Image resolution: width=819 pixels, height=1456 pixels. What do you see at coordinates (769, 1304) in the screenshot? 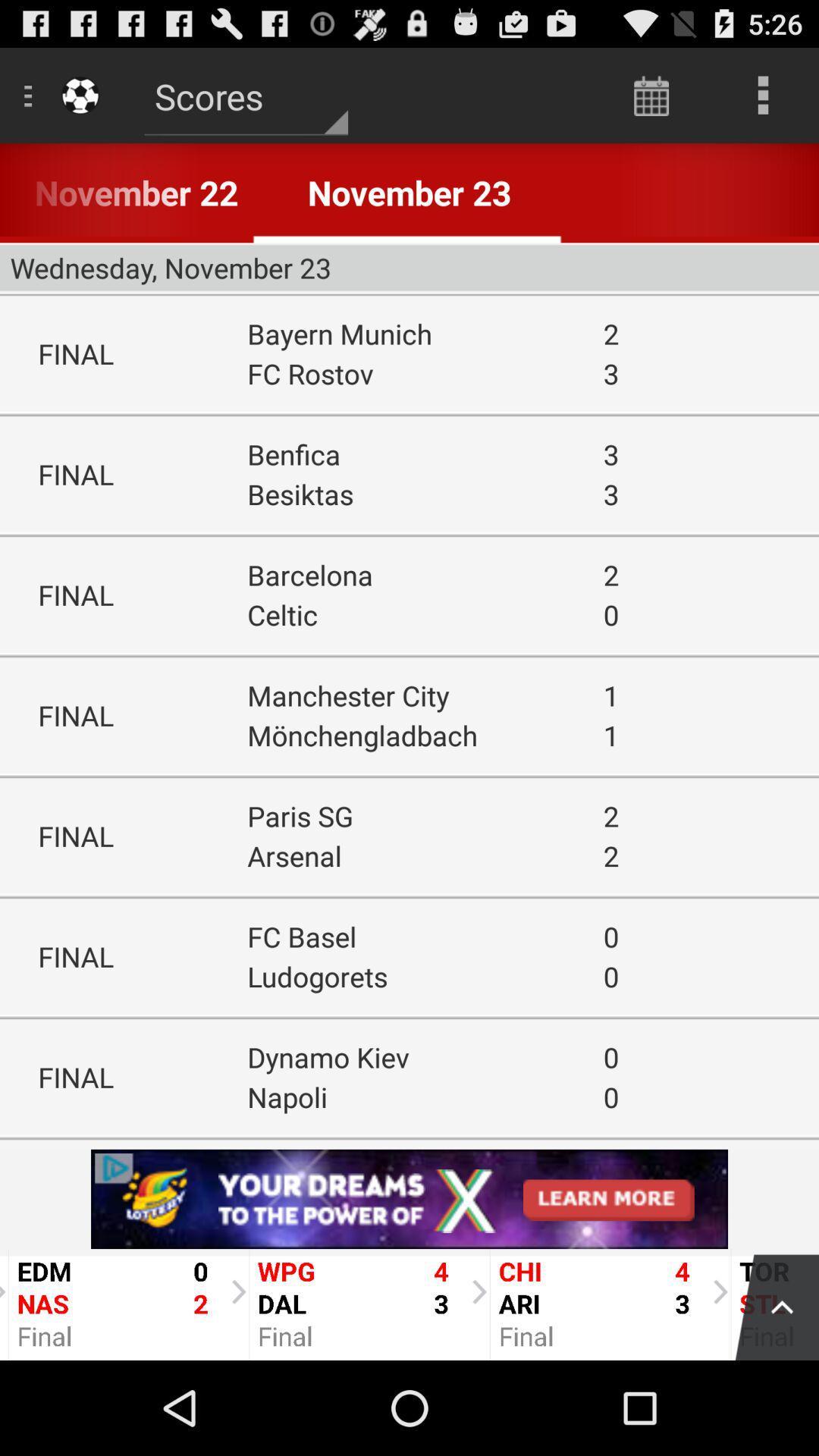
I see `ap arrow` at bounding box center [769, 1304].